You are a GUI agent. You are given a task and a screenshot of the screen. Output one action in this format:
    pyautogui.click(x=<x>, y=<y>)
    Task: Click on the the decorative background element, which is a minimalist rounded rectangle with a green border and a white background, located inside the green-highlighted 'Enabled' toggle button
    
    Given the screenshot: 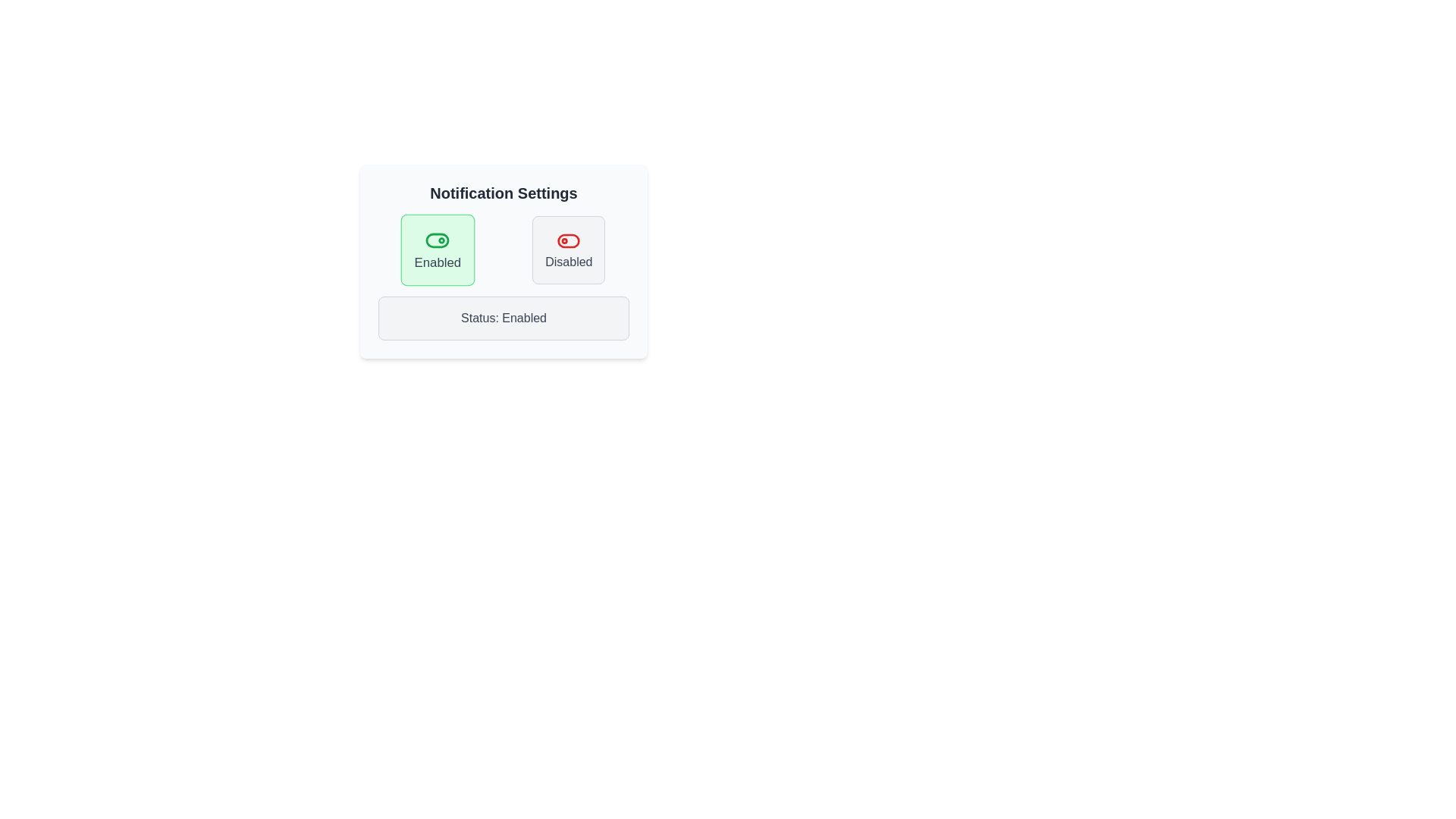 What is the action you would take?
    pyautogui.click(x=436, y=240)
    